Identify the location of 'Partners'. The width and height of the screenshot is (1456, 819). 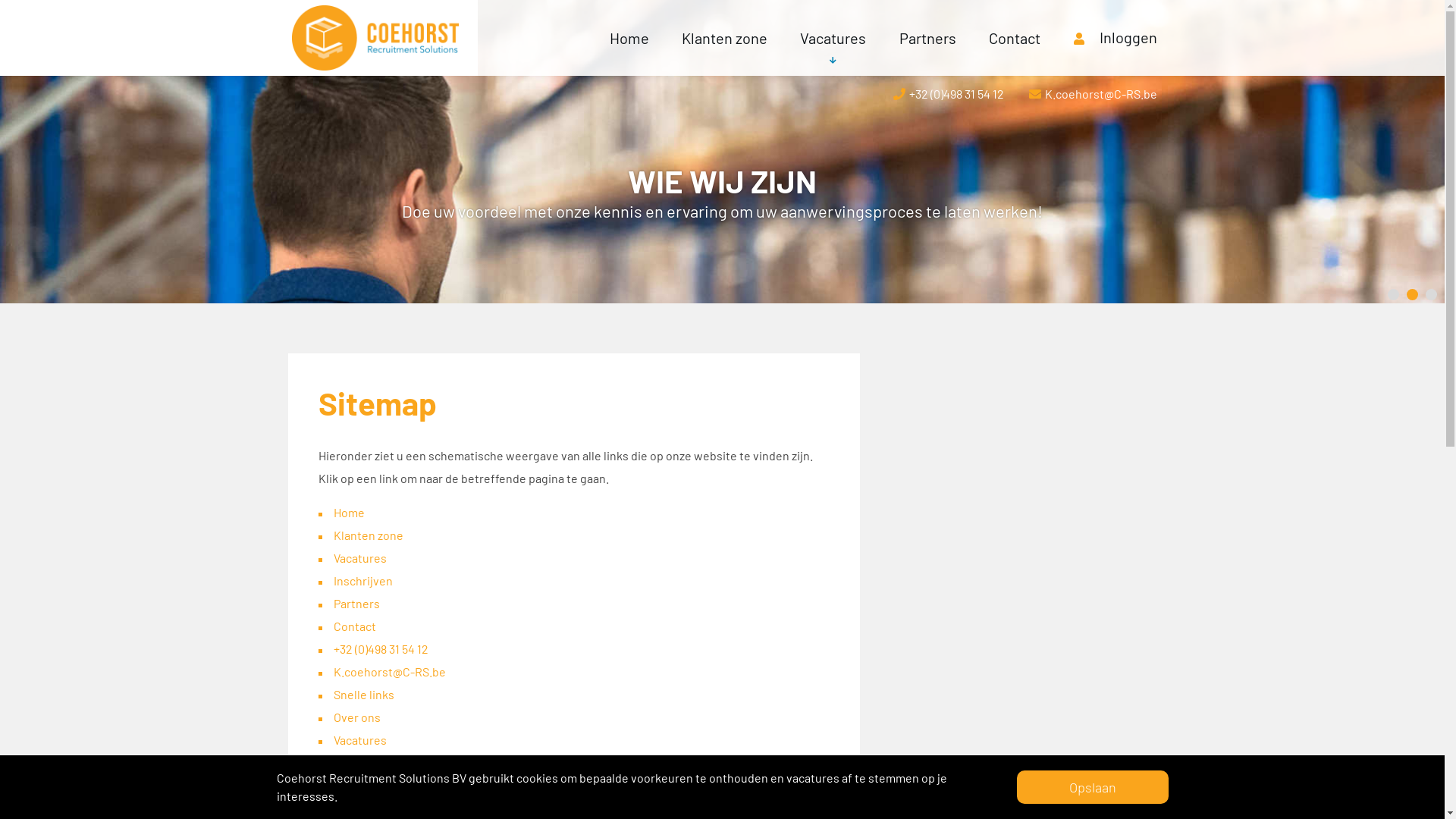
(356, 602).